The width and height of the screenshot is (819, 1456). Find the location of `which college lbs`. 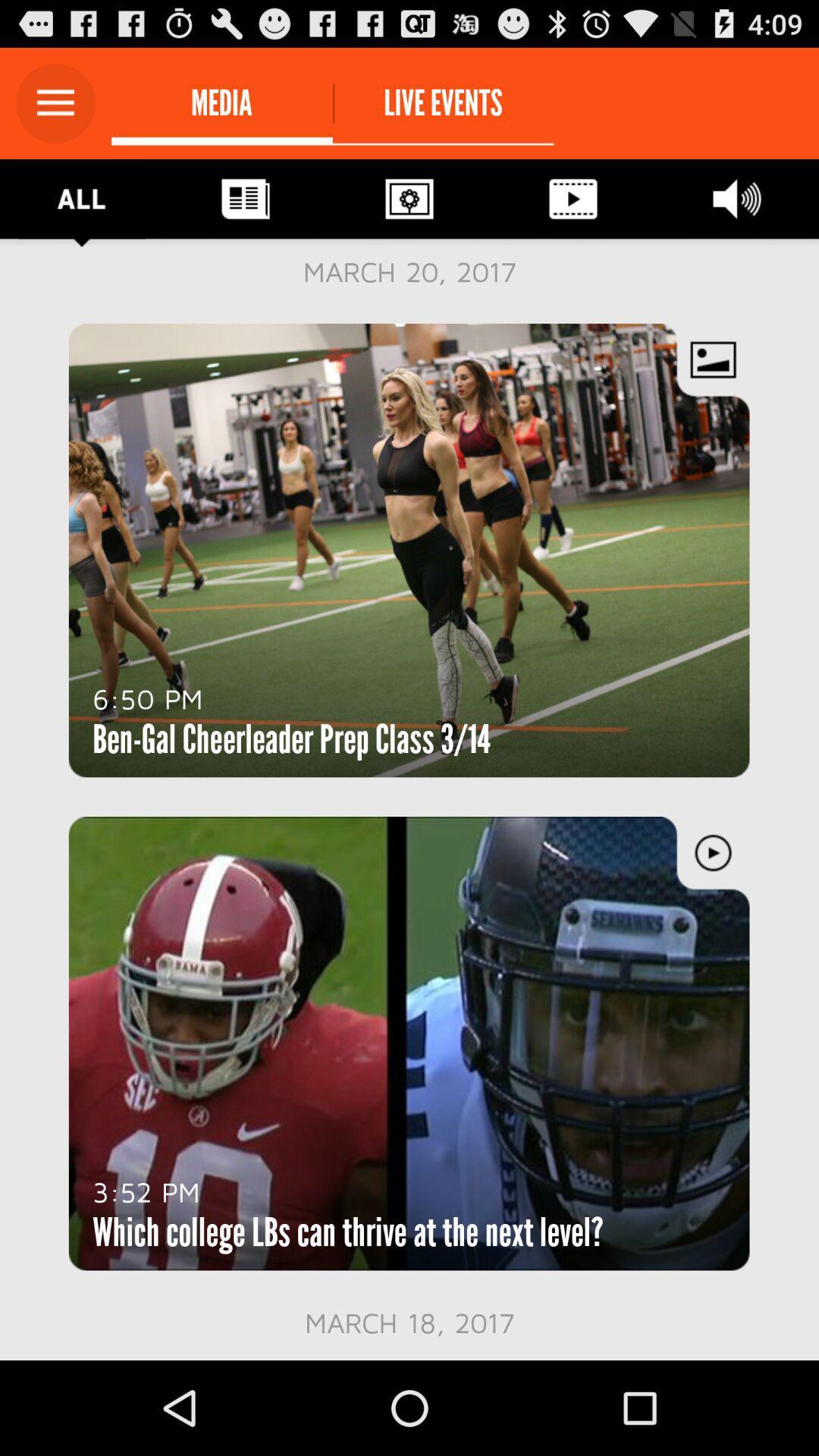

which college lbs is located at coordinates (348, 1232).